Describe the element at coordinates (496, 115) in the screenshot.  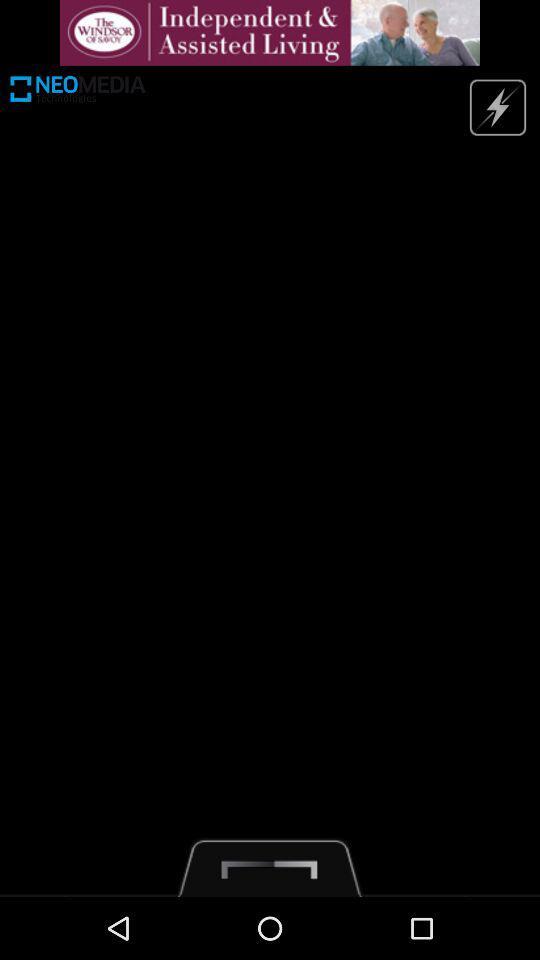
I see `the flash icon` at that location.